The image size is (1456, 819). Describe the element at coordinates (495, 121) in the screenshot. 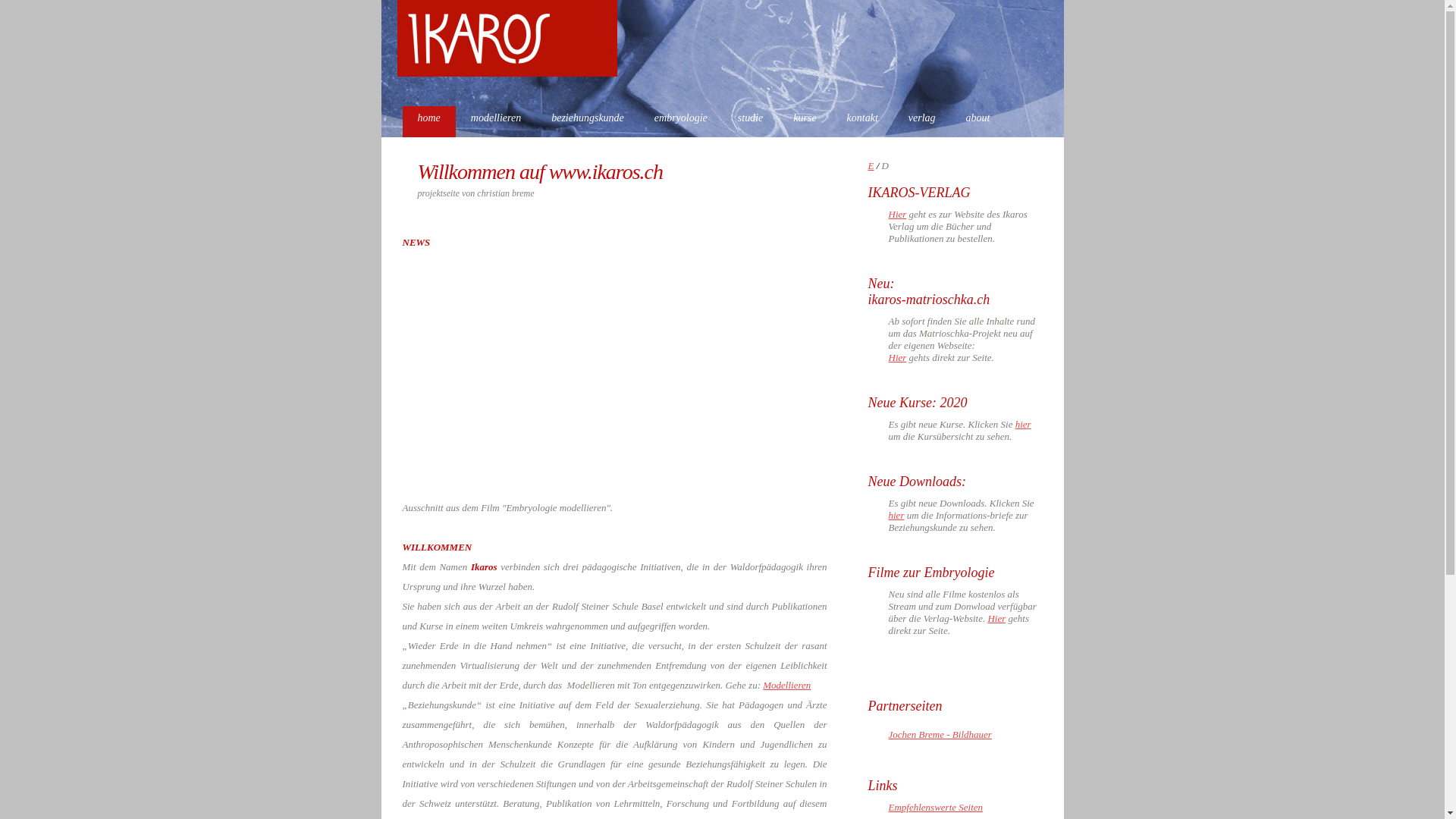

I see `'modellieren'` at that location.